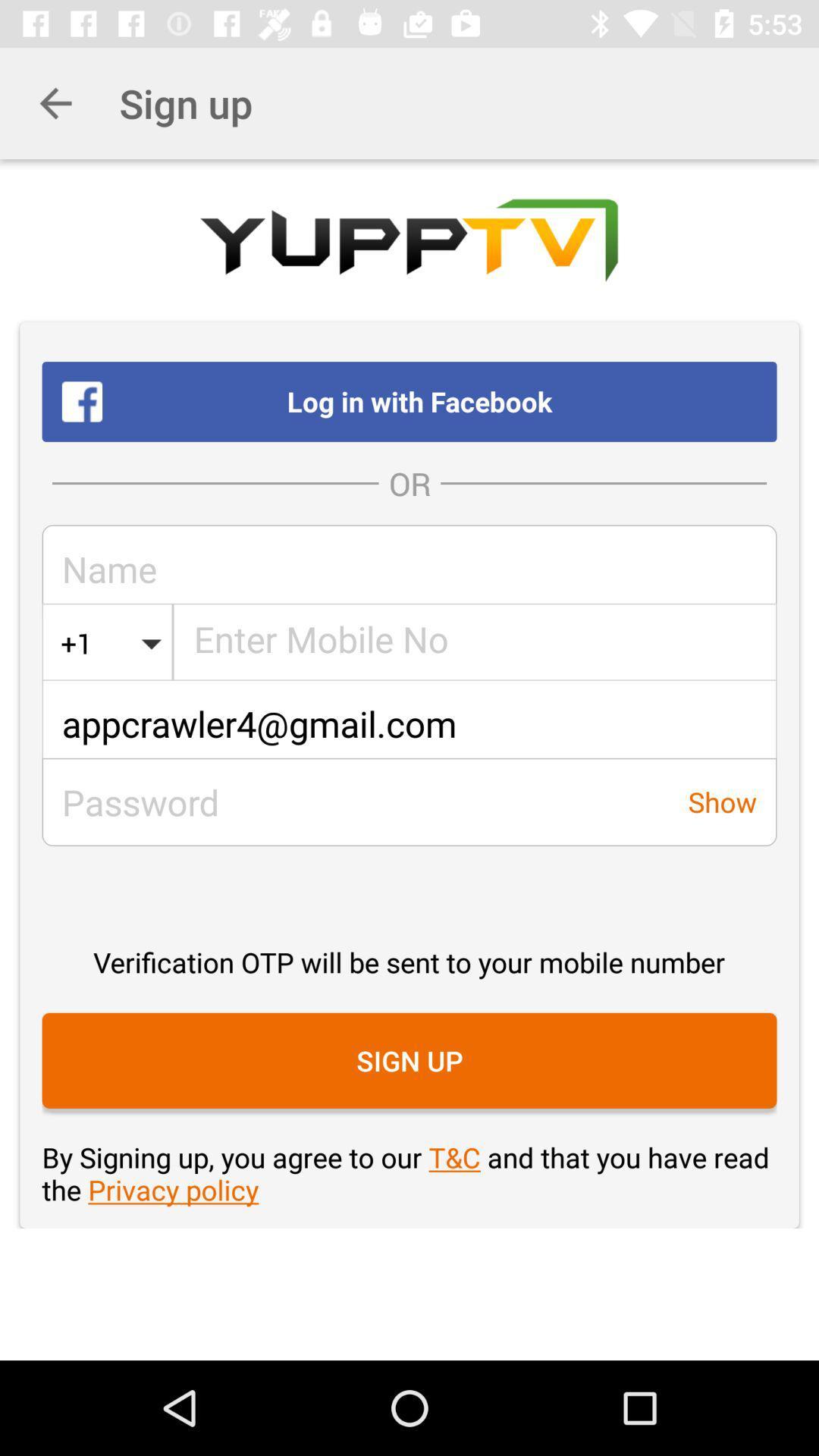 This screenshot has width=819, height=1456. I want to click on item above the appcrawler4@gmail.com, so click(77, 643).